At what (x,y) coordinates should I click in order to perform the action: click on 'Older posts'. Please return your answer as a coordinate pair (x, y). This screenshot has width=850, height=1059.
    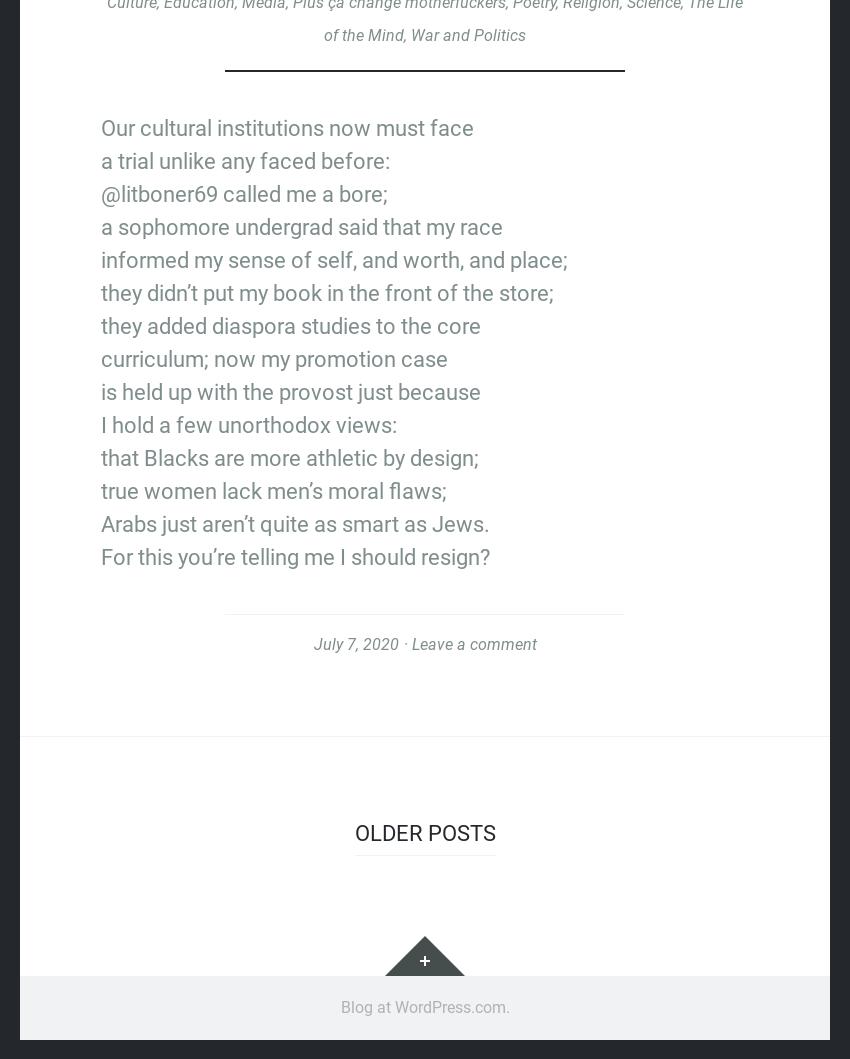
    Looking at the image, I should click on (353, 831).